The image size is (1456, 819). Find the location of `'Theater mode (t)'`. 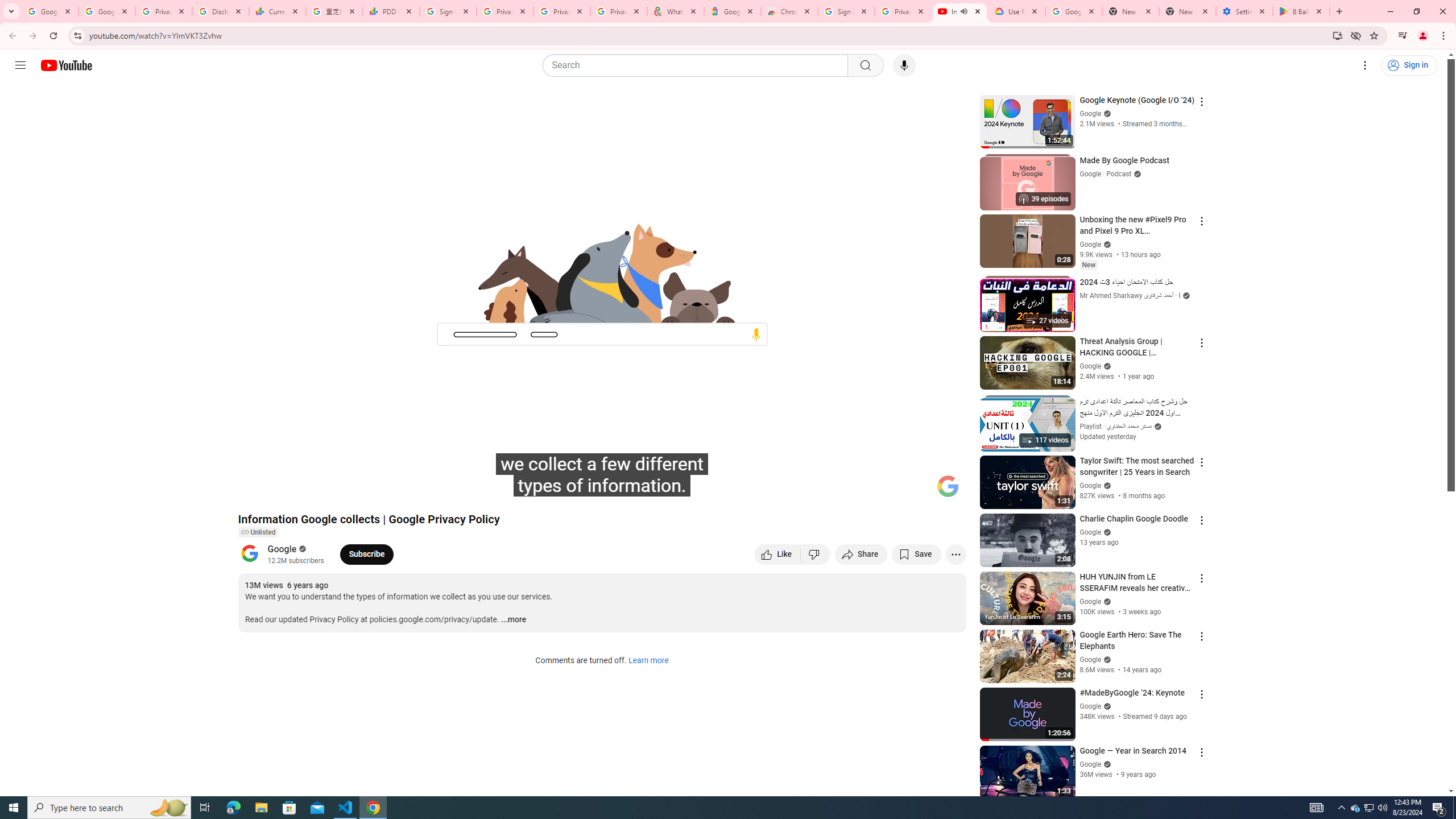

'Theater mode (t)' is located at coordinates (918, 490).